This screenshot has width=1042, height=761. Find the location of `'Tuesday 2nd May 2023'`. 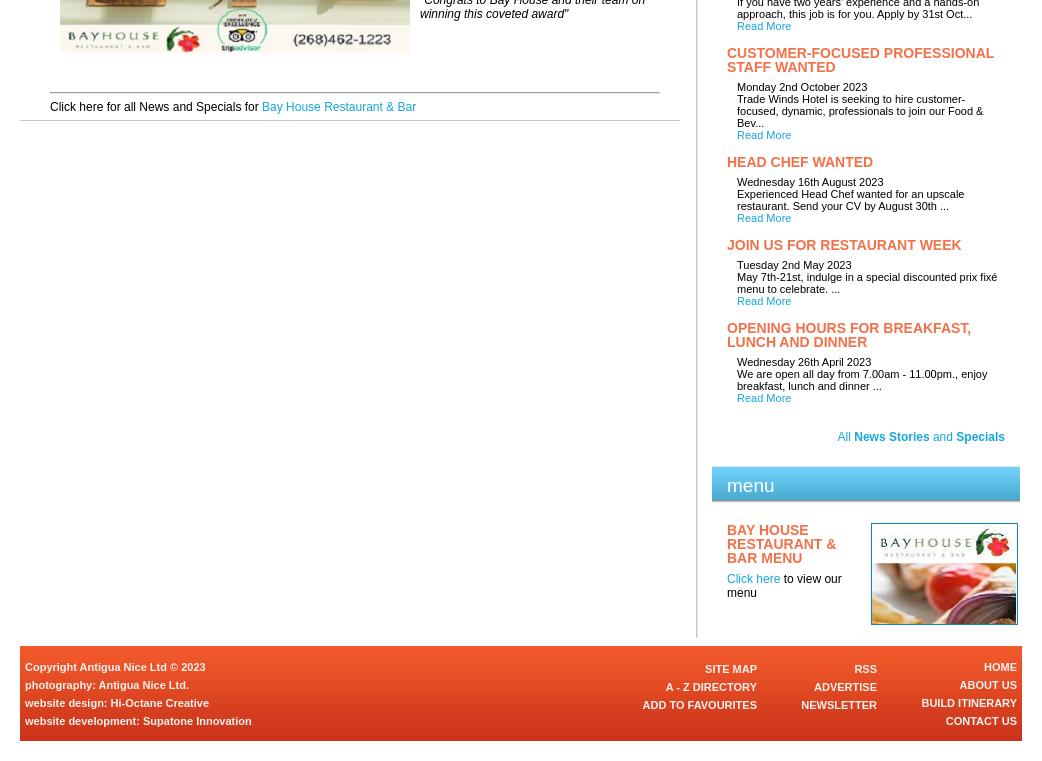

'Tuesday 2nd May 2023' is located at coordinates (794, 264).